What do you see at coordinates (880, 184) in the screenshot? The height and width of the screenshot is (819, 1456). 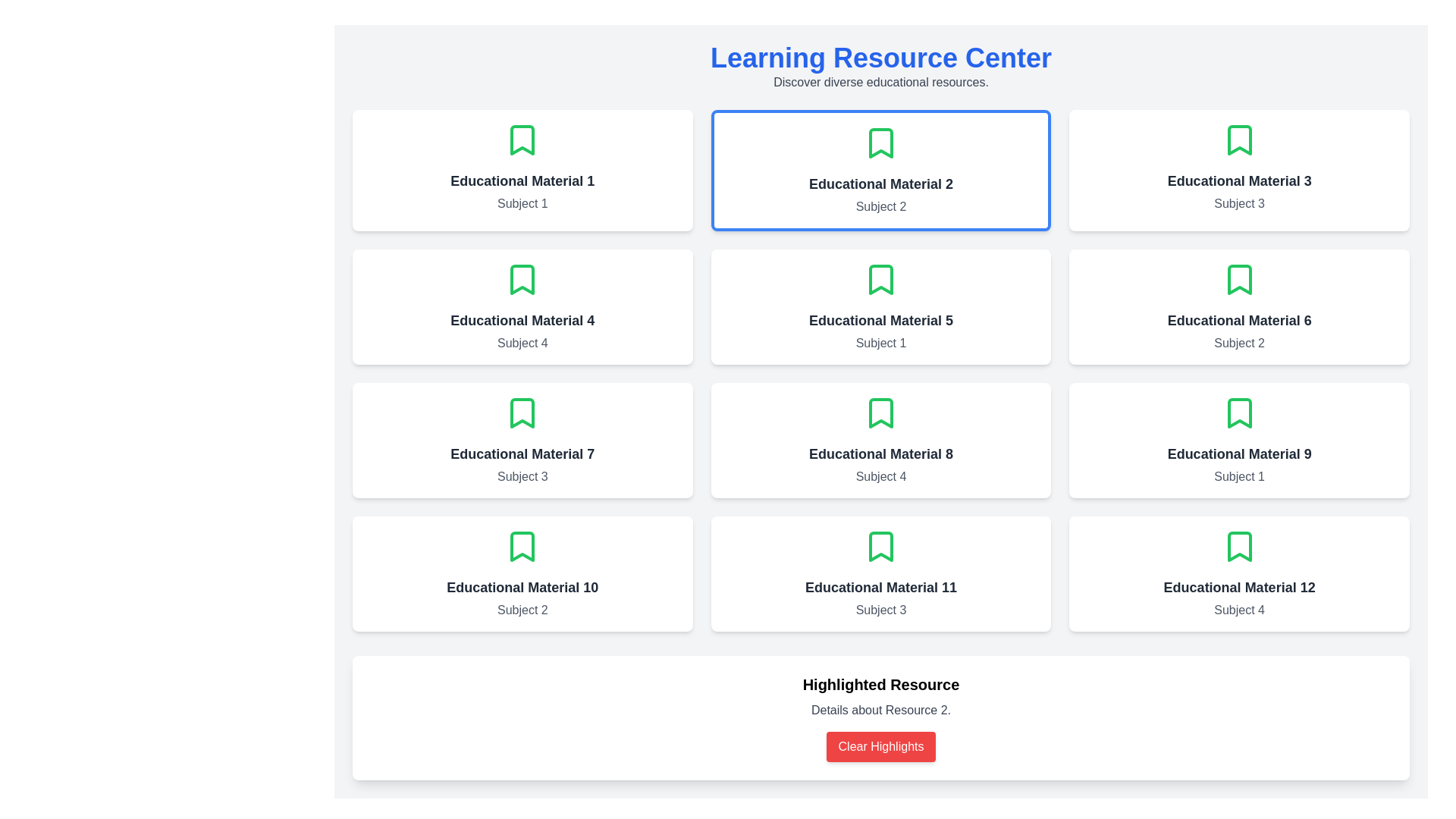 I see `the text block displaying 'Educational Material 2' which is located in the second card of the first row in the grid layout, positioned between the green bookmark icon and the text 'Subject 2'` at bounding box center [880, 184].